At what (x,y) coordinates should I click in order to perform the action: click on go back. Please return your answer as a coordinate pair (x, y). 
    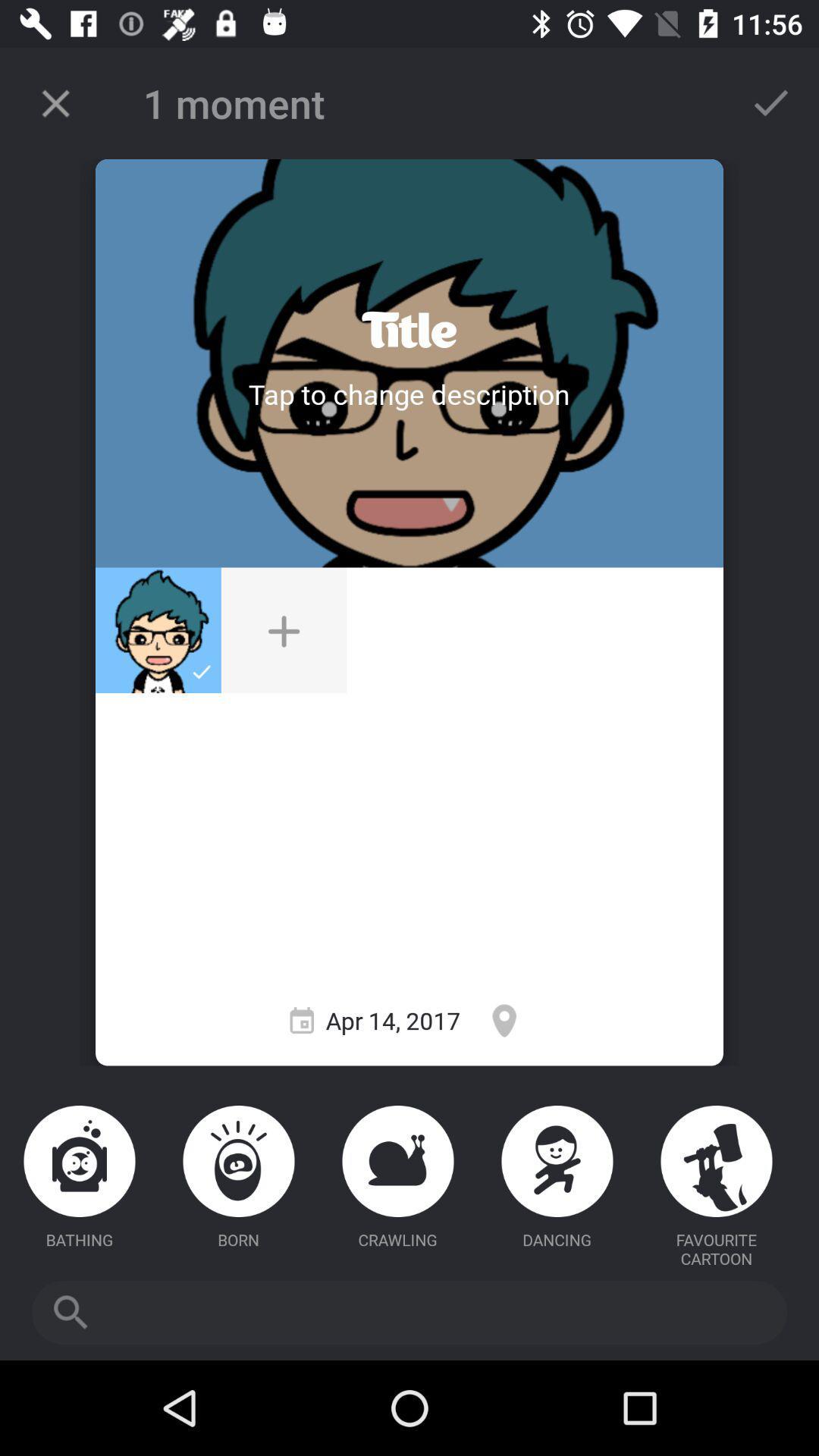
    Looking at the image, I should click on (55, 102).